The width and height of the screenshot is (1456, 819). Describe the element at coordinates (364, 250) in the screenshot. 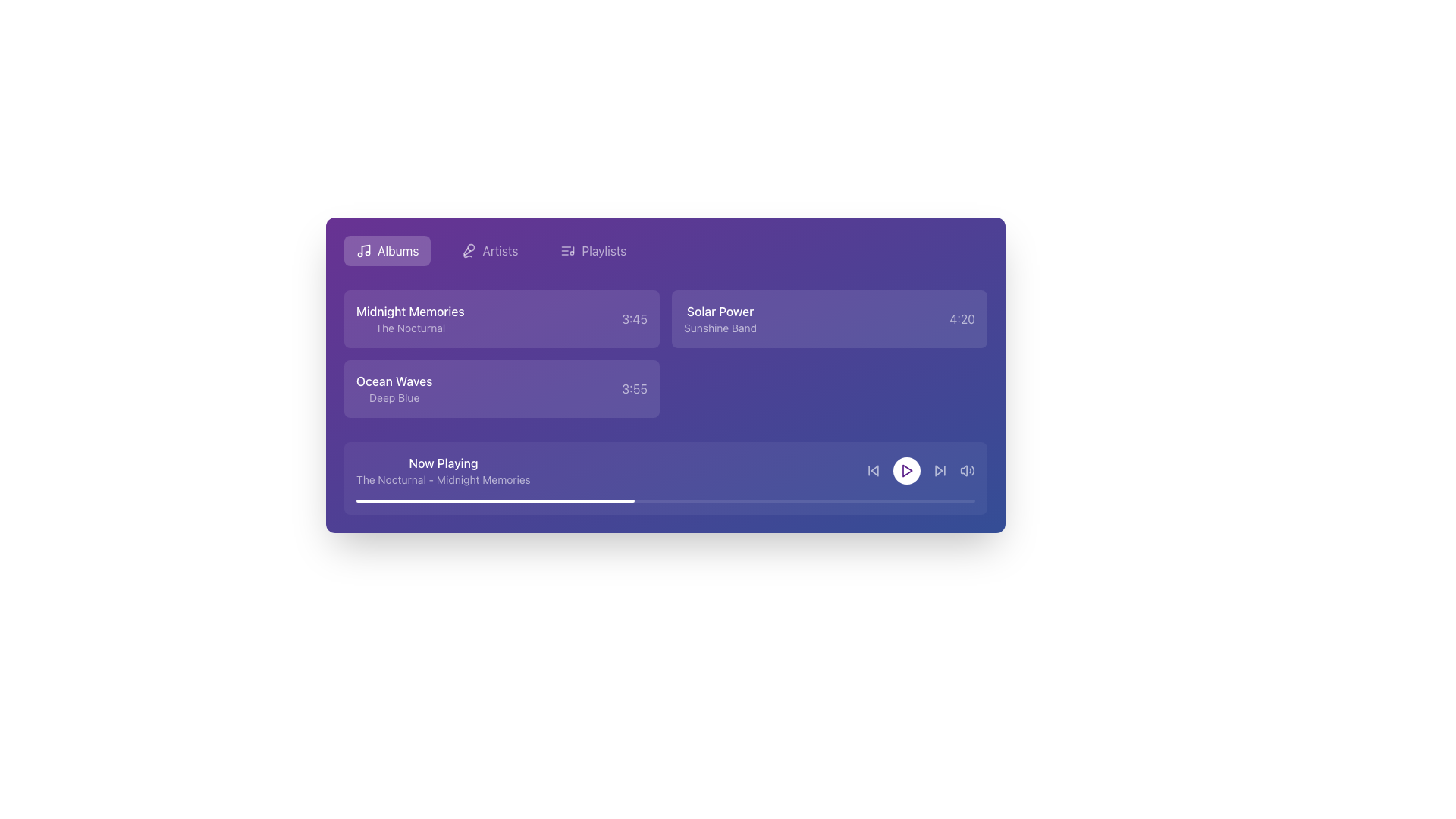

I see `the music content icon located to the left of the 'Albums' text label in the horizontal navigation bar at the top of the interface` at that location.